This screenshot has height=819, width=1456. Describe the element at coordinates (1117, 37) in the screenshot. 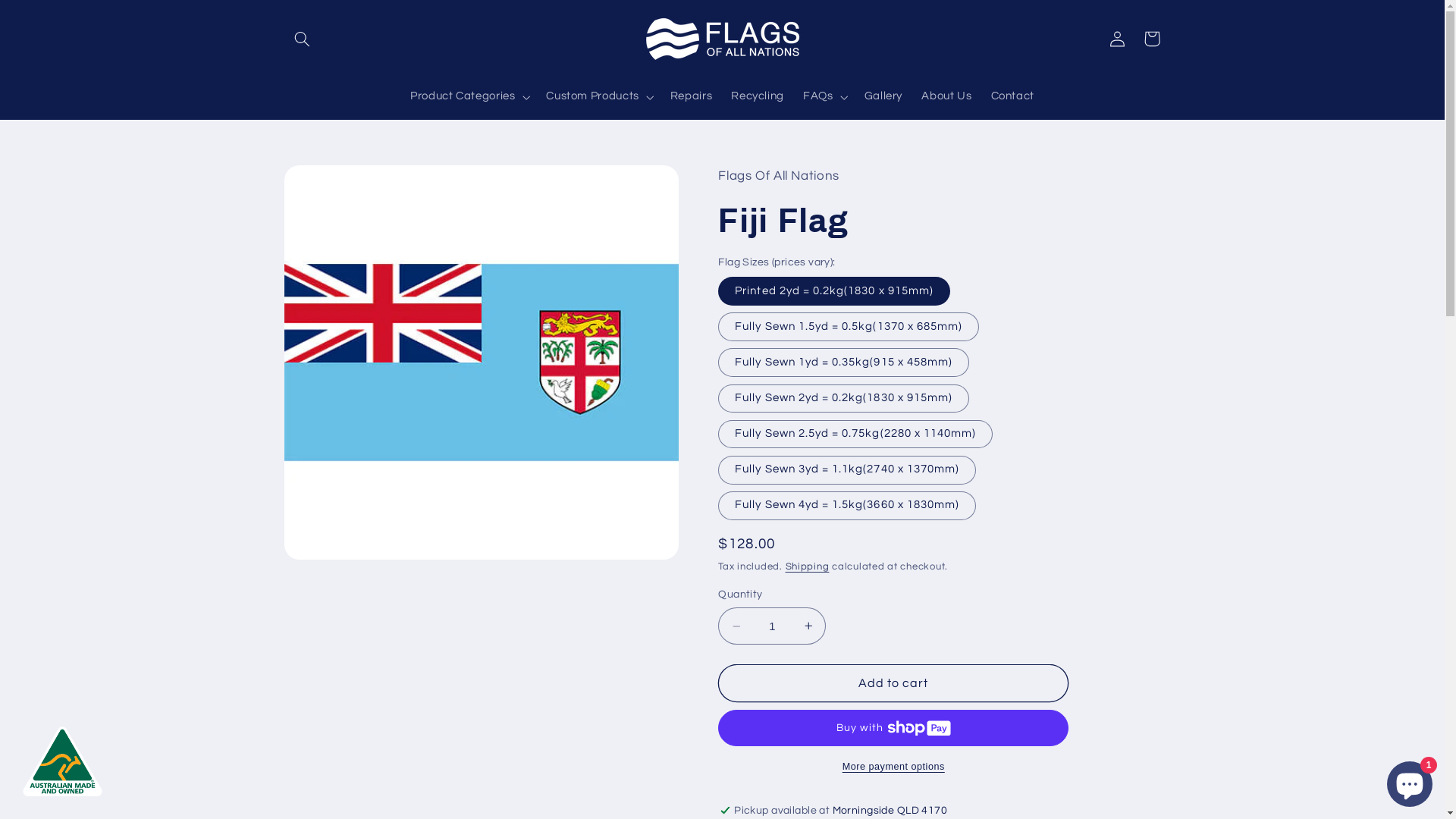

I see `'Log in'` at that location.